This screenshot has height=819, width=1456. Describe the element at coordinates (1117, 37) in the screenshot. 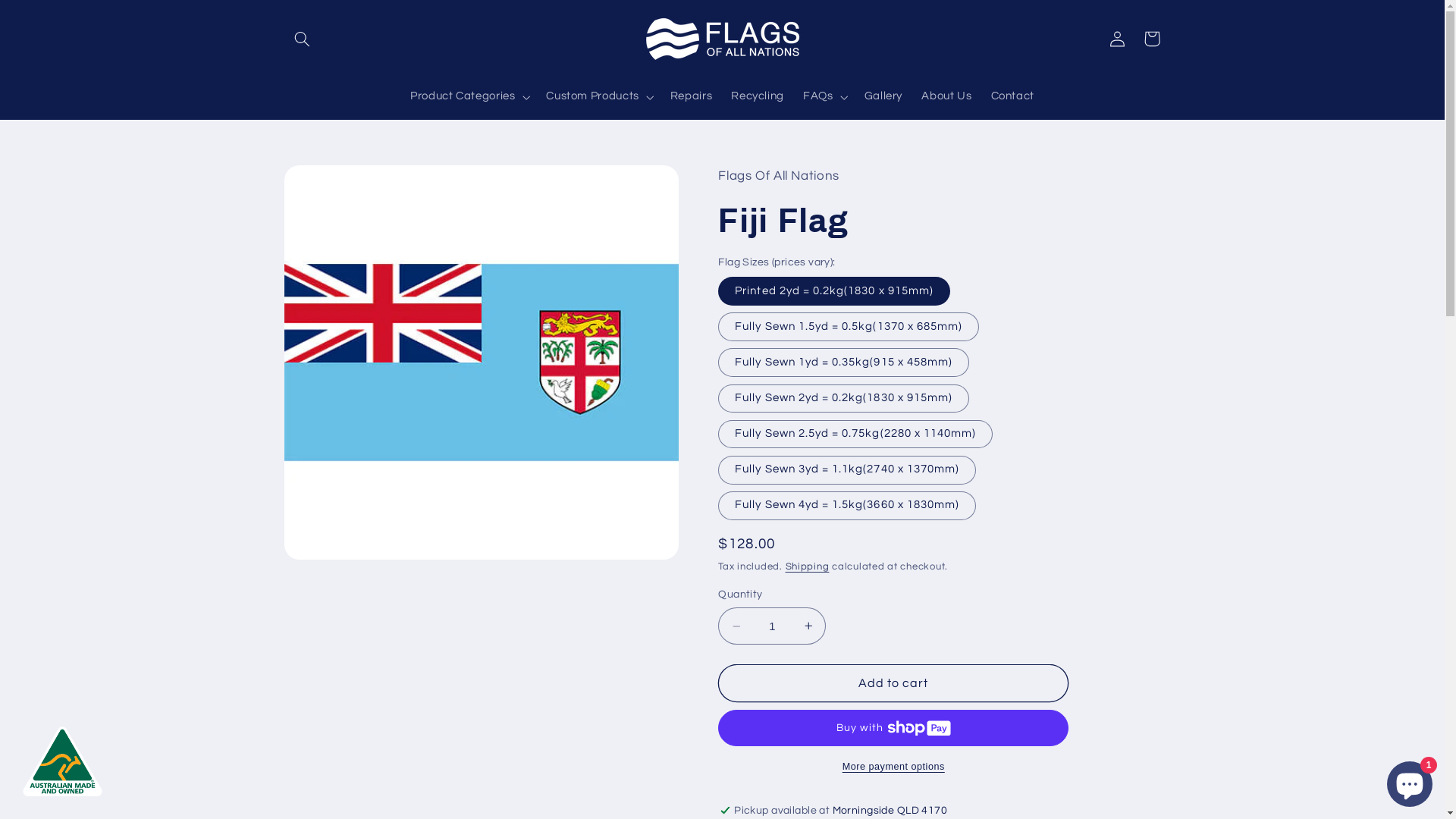

I see `'Log in'` at that location.